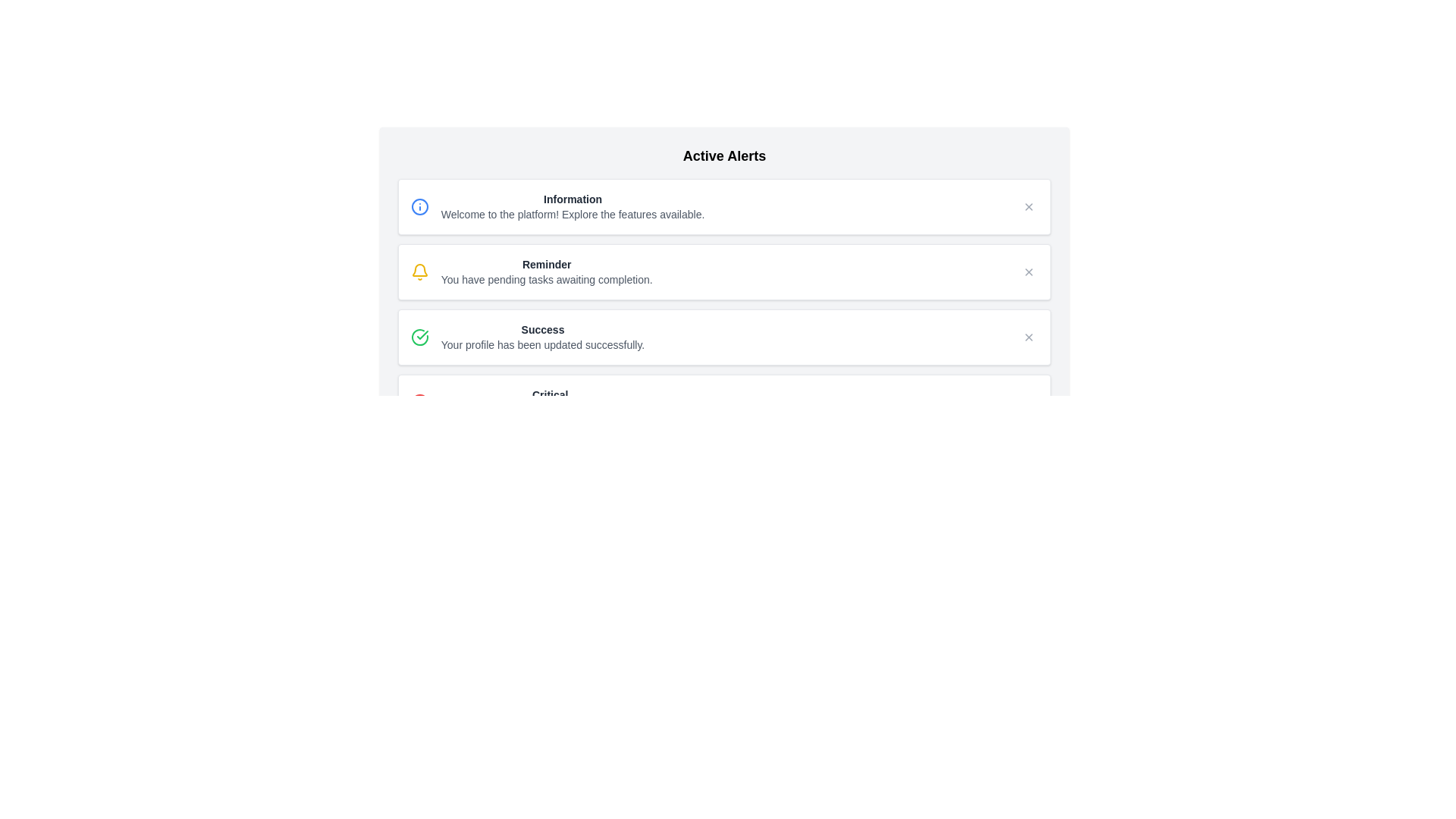 The width and height of the screenshot is (1456, 819). What do you see at coordinates (1029, 336) in the screenshot?
I see `the 'X' icon close button located at the far-right side of the third alert box` at bounding box center [1029, 336].